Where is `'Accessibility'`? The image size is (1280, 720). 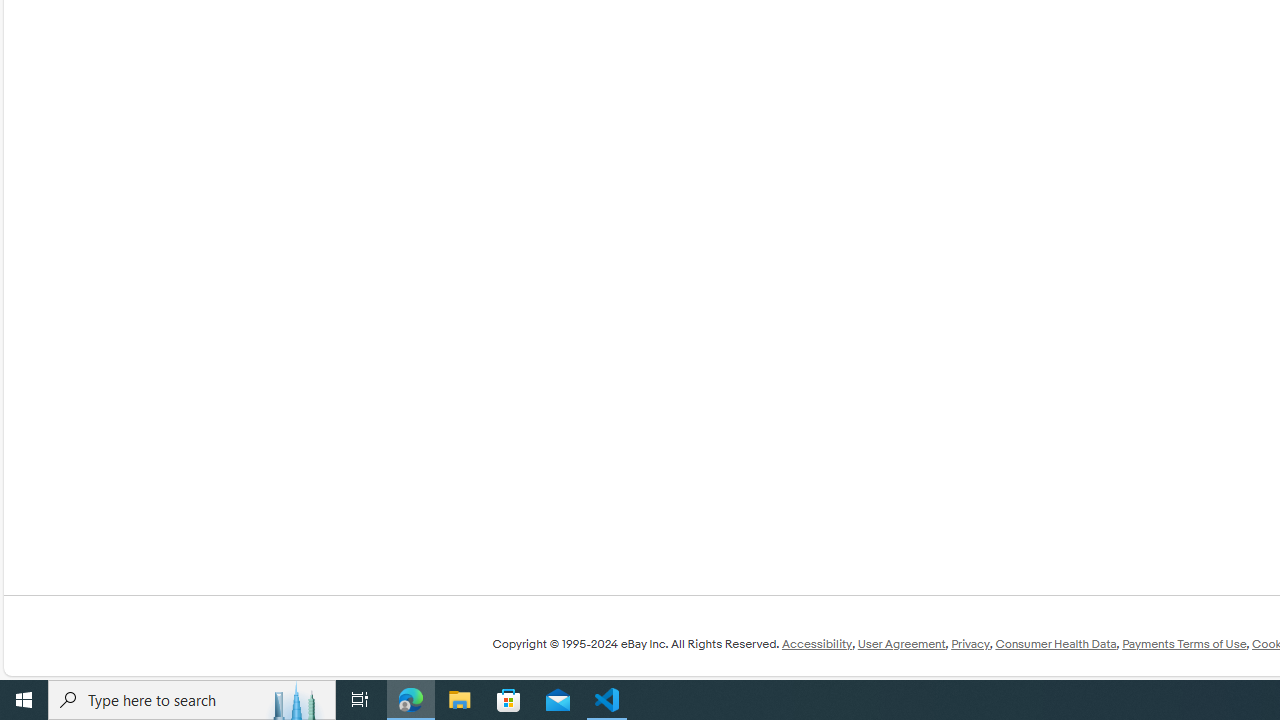 'Accessibility' is located at coordinates (816, 644).